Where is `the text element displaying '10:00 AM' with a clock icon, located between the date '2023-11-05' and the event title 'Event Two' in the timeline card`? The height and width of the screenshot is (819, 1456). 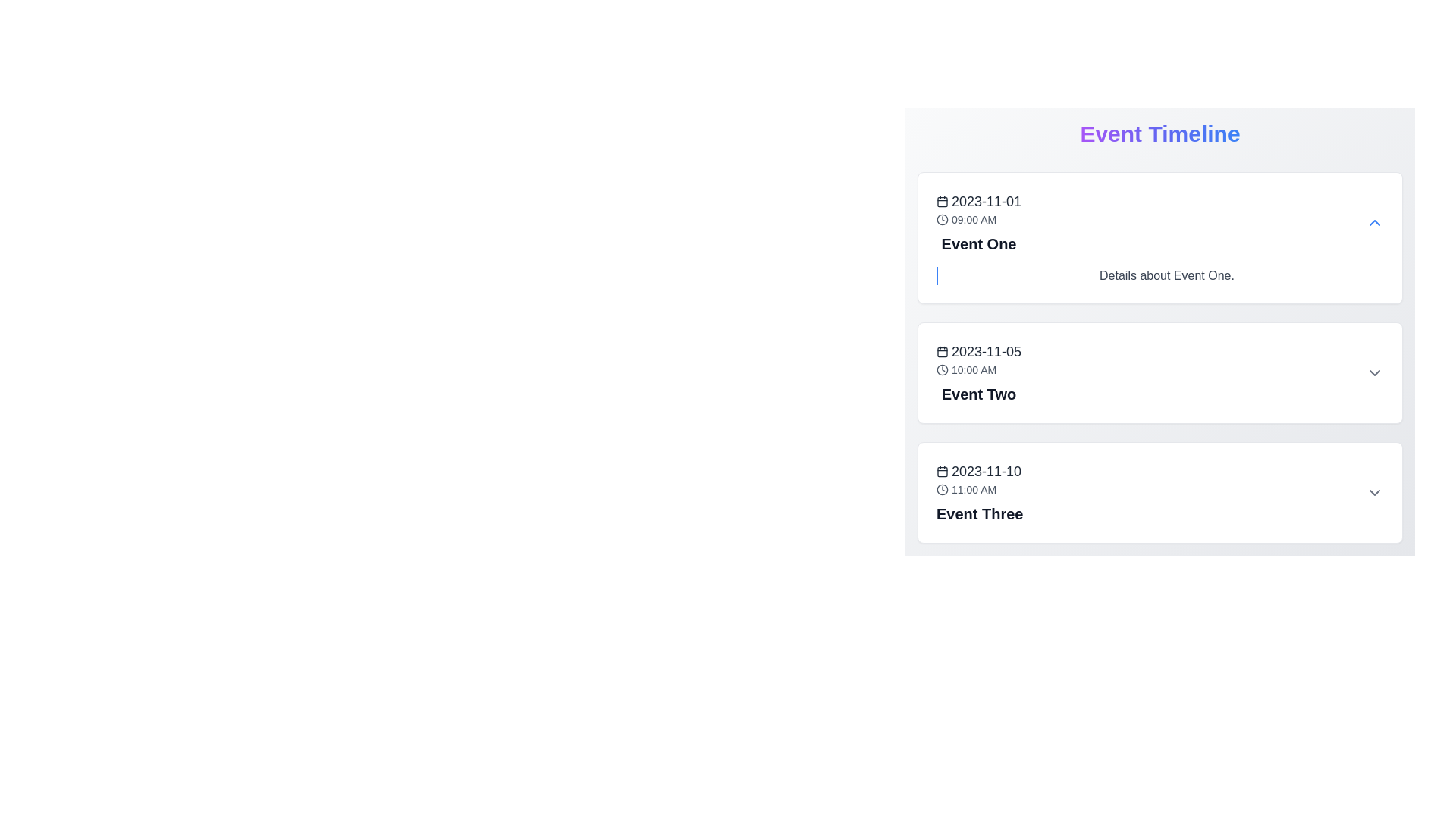 the text element displaying '10:00 AM' with a clock icon, located between the date '2023-11-05' and the event title 'Event Two' in the timeline card is located at coordinates (979, 370).